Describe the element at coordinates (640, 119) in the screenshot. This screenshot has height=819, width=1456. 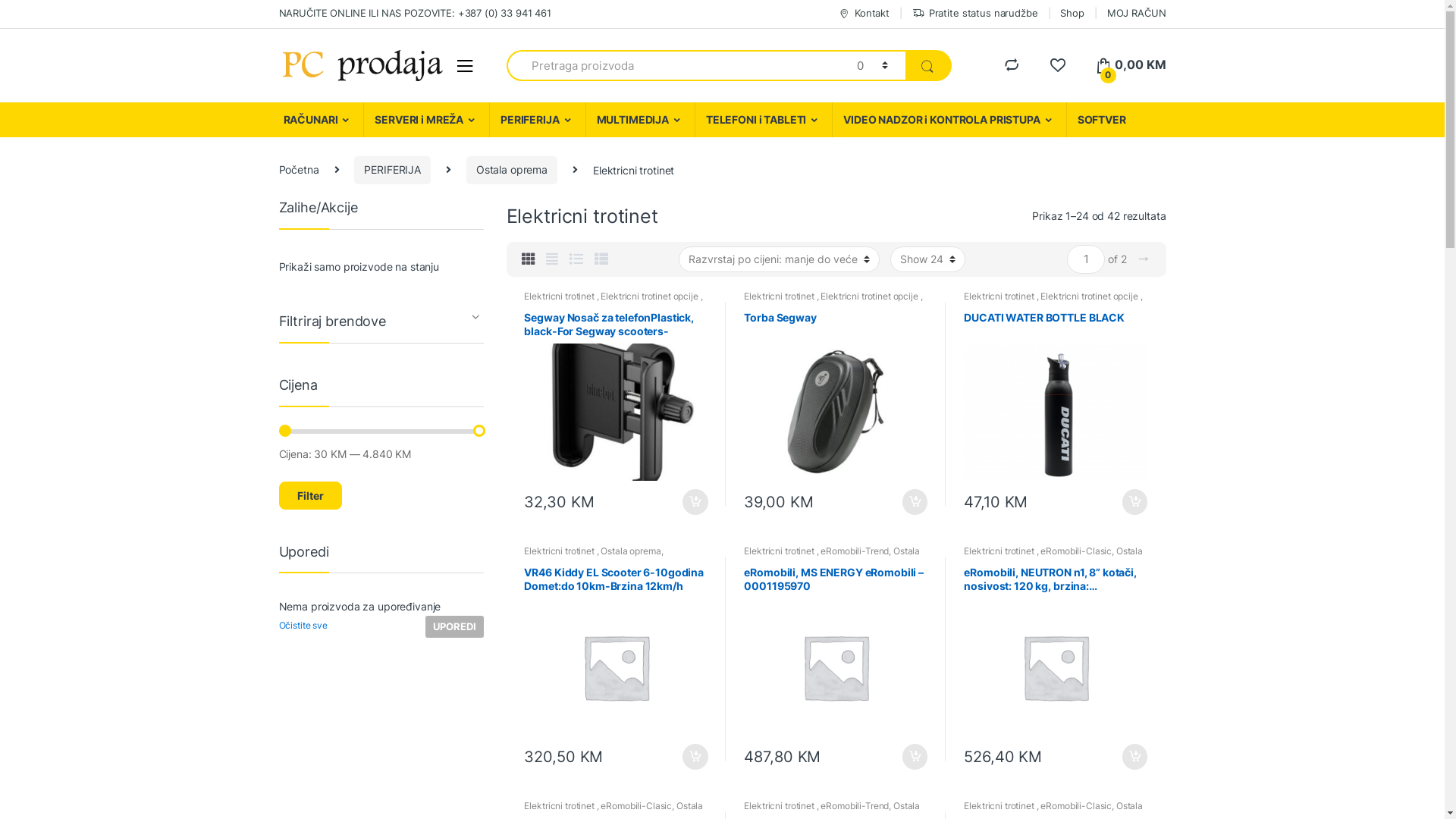
I see `'MULTIMEDIJA'` at that location.